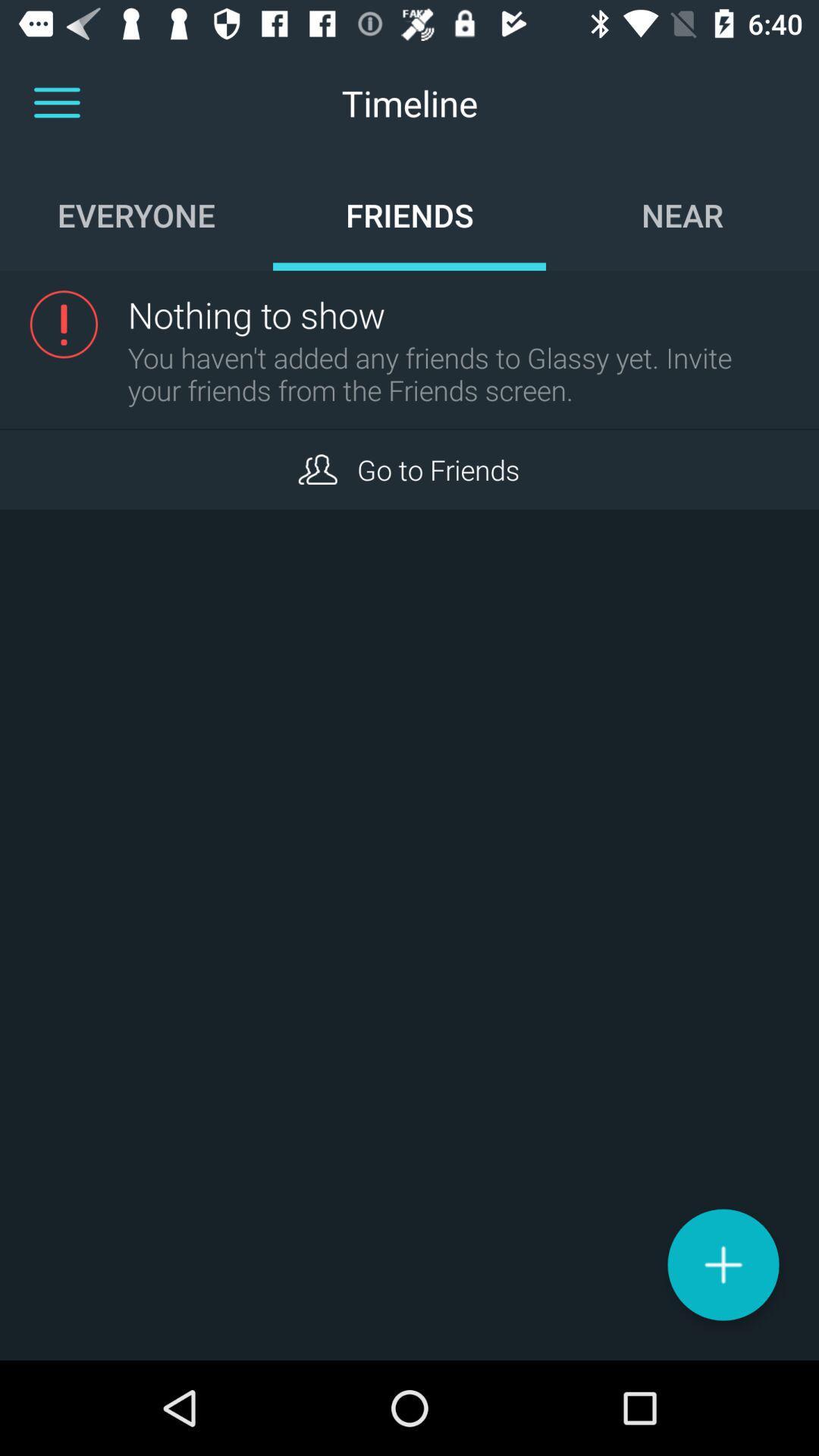 The width and height of the screenshot is (819, 1456). What do you see at coordinates (722, 1264) in the screenshot?
I see `post to timeline` at bounding box center [722, 1264].